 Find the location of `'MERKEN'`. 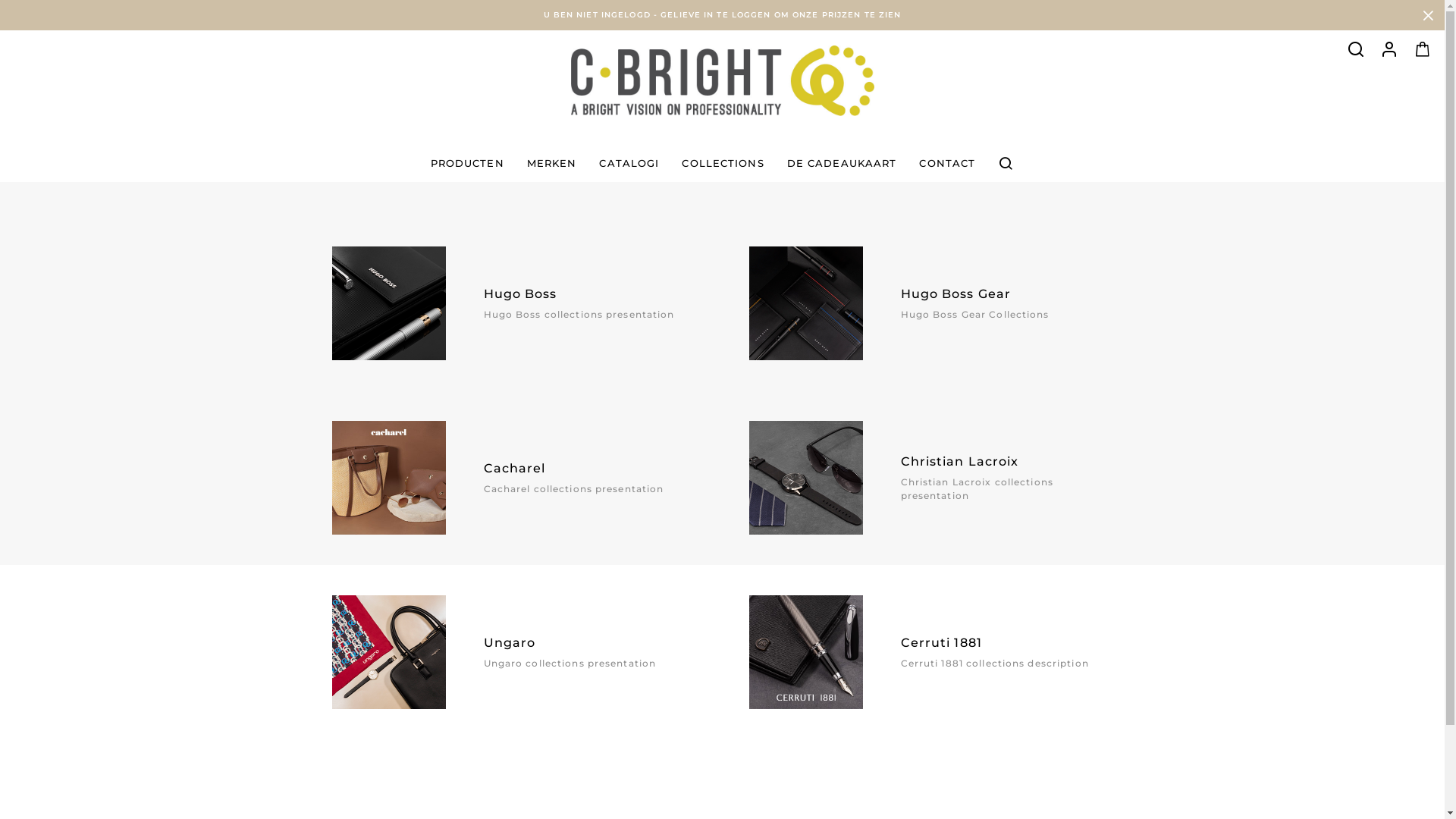

'MERKEN' is located at coordinates (551, 163).